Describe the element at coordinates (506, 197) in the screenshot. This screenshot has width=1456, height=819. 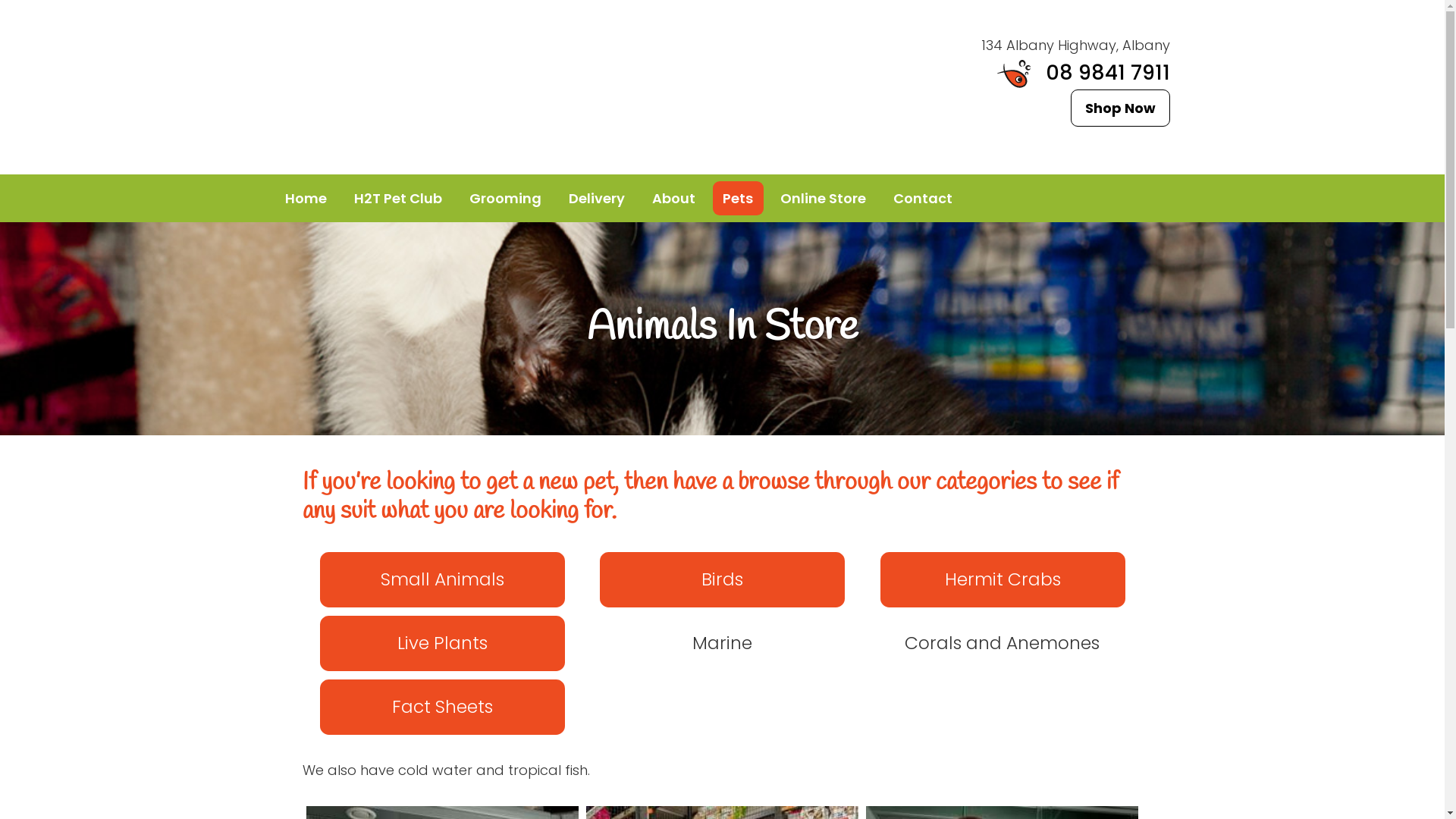
I see `'Grooming'` at that location.